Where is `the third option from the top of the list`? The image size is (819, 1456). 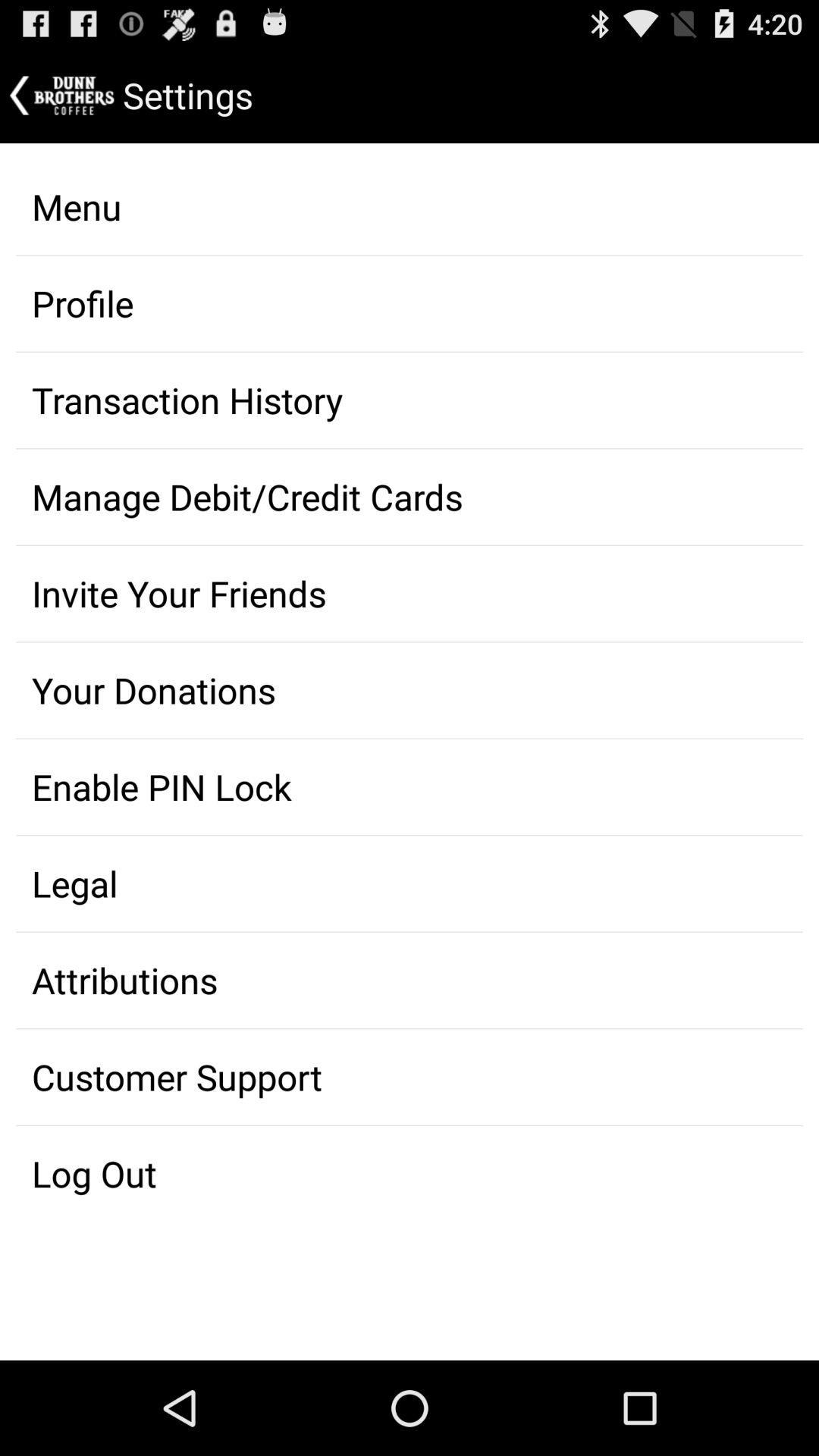
the third option from the top of the list is located at coordinates (409, 400).